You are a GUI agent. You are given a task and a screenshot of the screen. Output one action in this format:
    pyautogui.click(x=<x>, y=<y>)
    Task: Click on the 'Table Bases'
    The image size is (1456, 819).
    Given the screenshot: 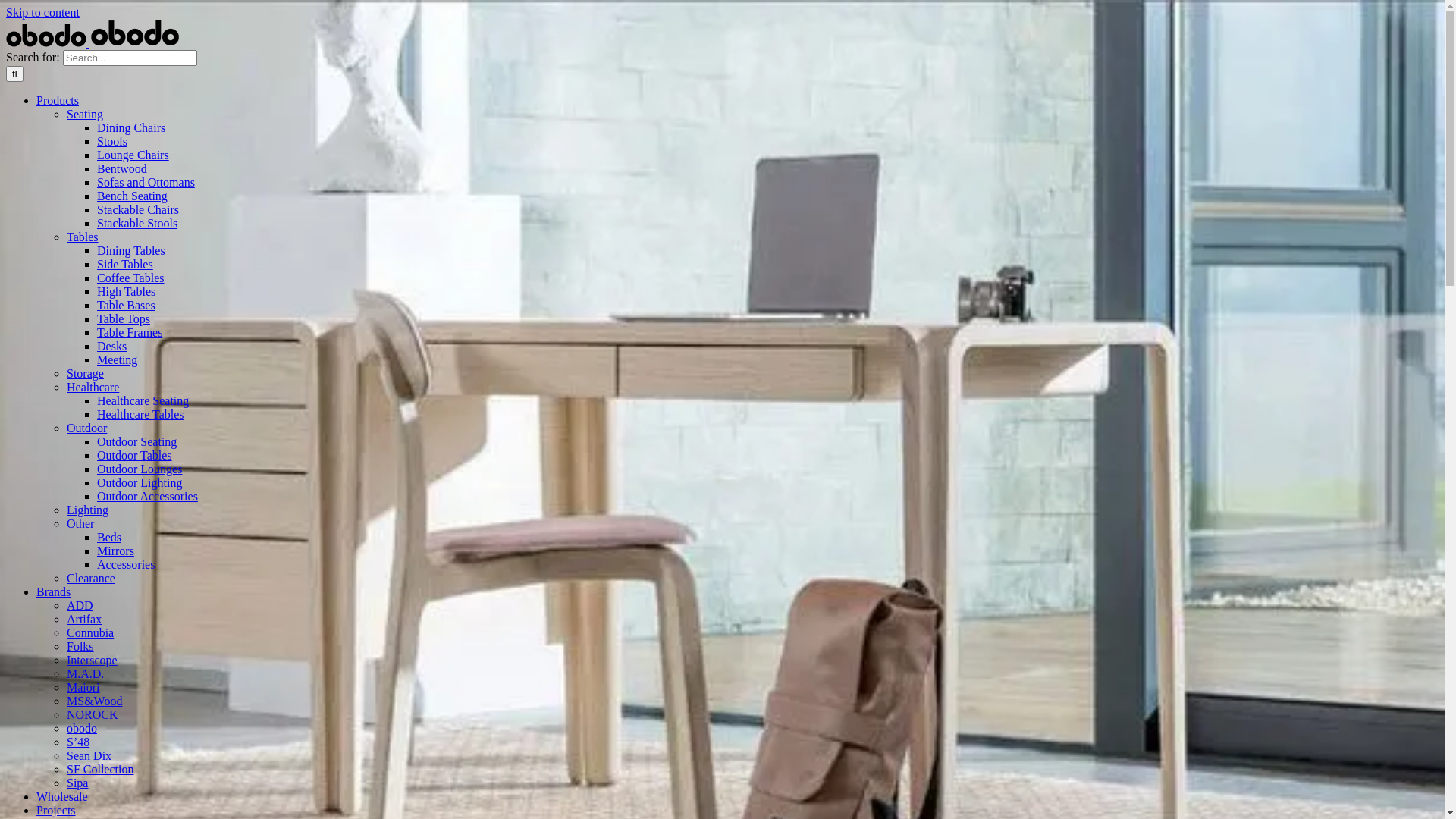 What is the action you would take?
    pyautogui.click(x=126, y=305)
    